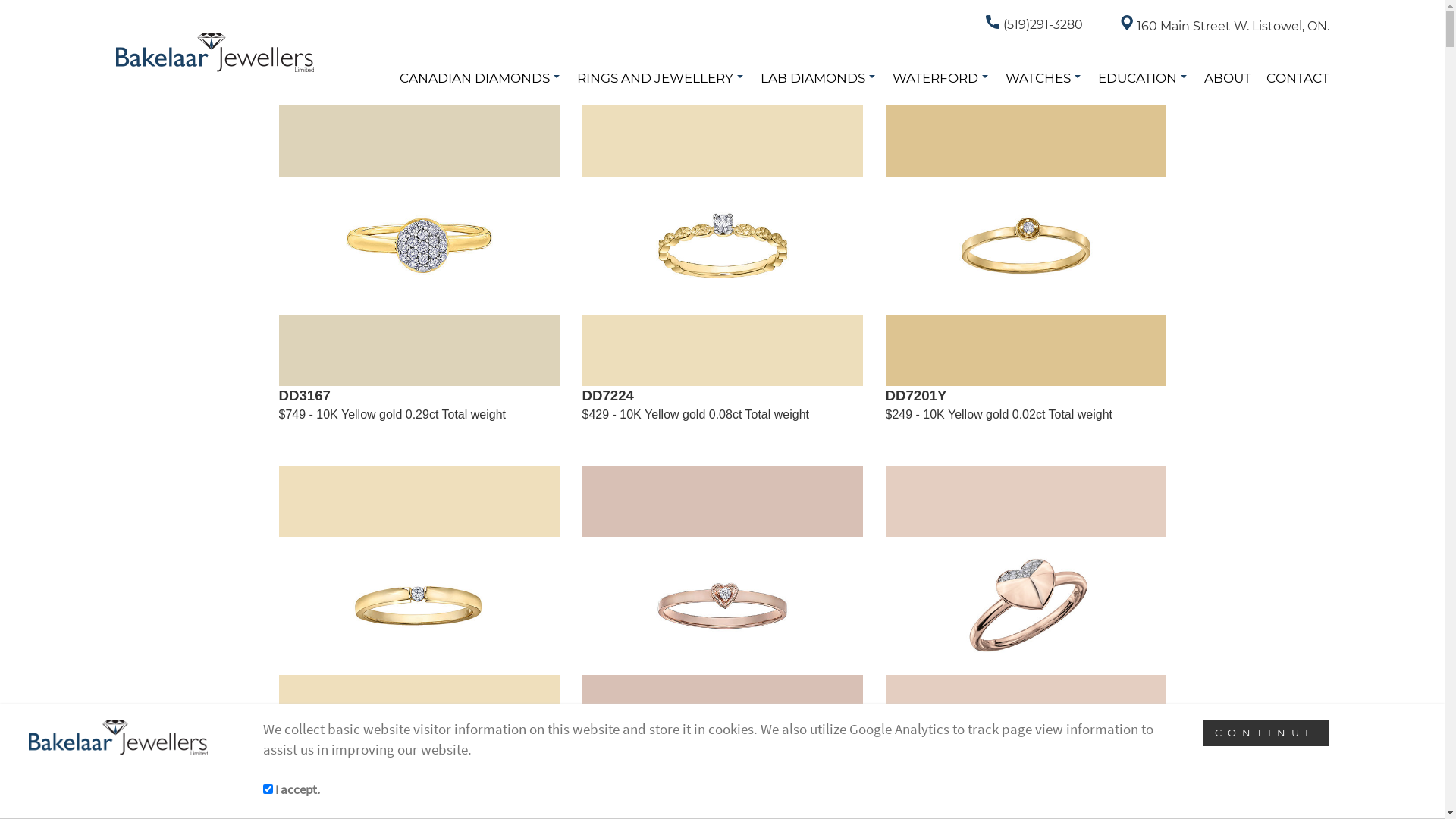 The image size is (1456, 819). Describe the element at coordinates (1005, 78) in the screenshot. I see `'WATCHES'` at that location.